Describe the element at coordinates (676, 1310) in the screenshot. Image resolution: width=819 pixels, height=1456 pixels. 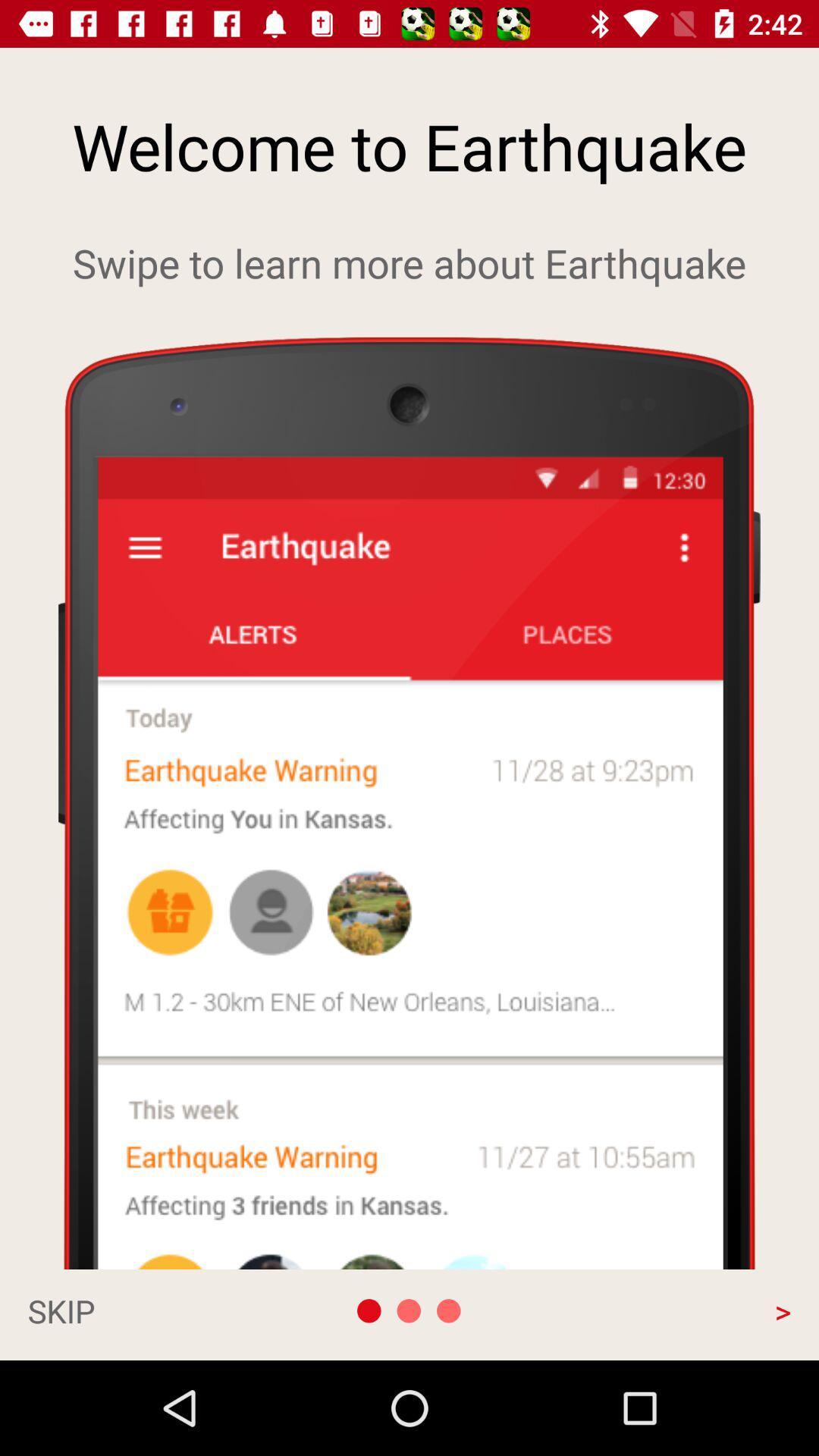
I see `the app at the bottom right corner` at that location.